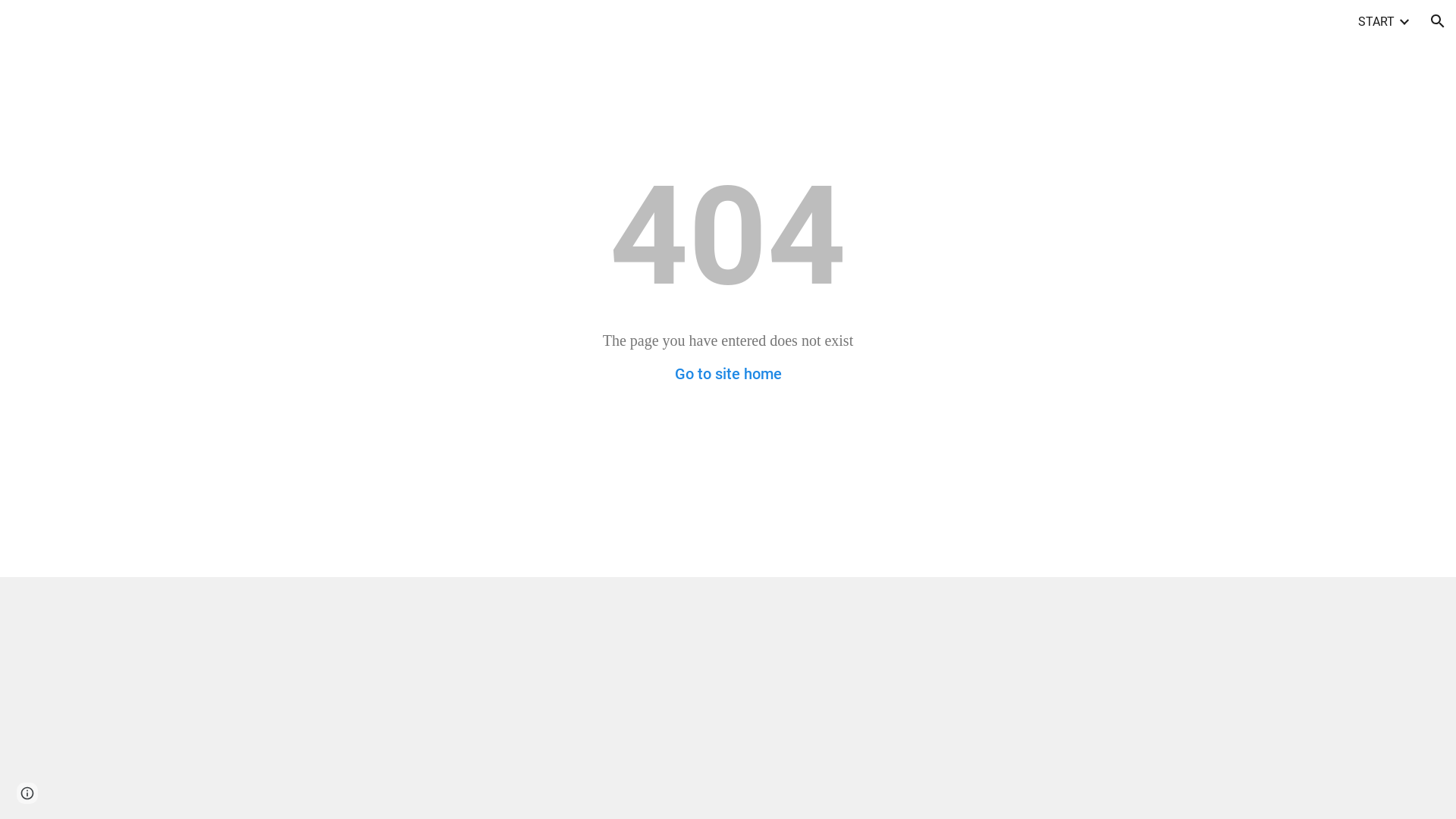  Describe the element at coordinates (1396, 20) in the screenshot. I see `'Expand/Collapse'` at that location.